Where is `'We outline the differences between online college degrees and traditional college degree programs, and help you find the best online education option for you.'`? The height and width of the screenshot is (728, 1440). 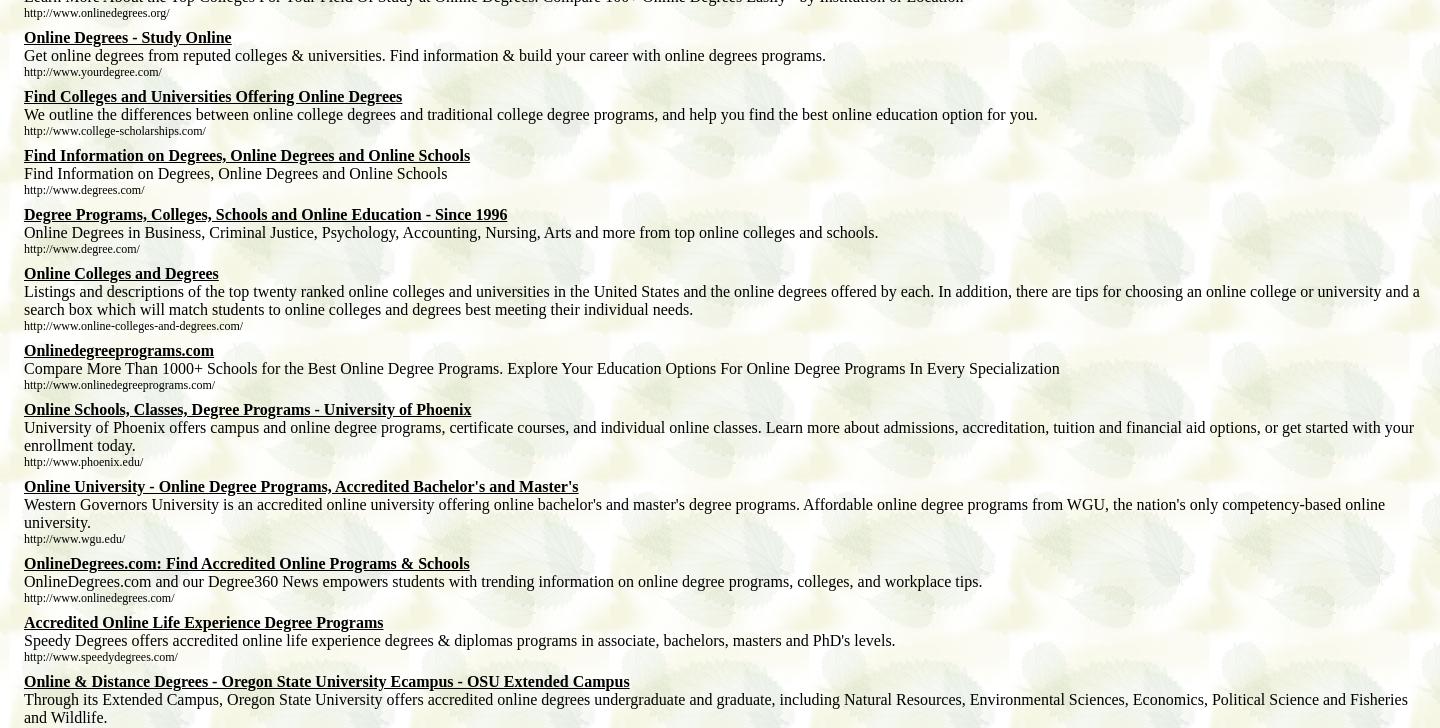
'We outline the differences between online college degrees and traditional college degree programs, and help you find the best online education option for you.' is located at coordinates (23, 114).